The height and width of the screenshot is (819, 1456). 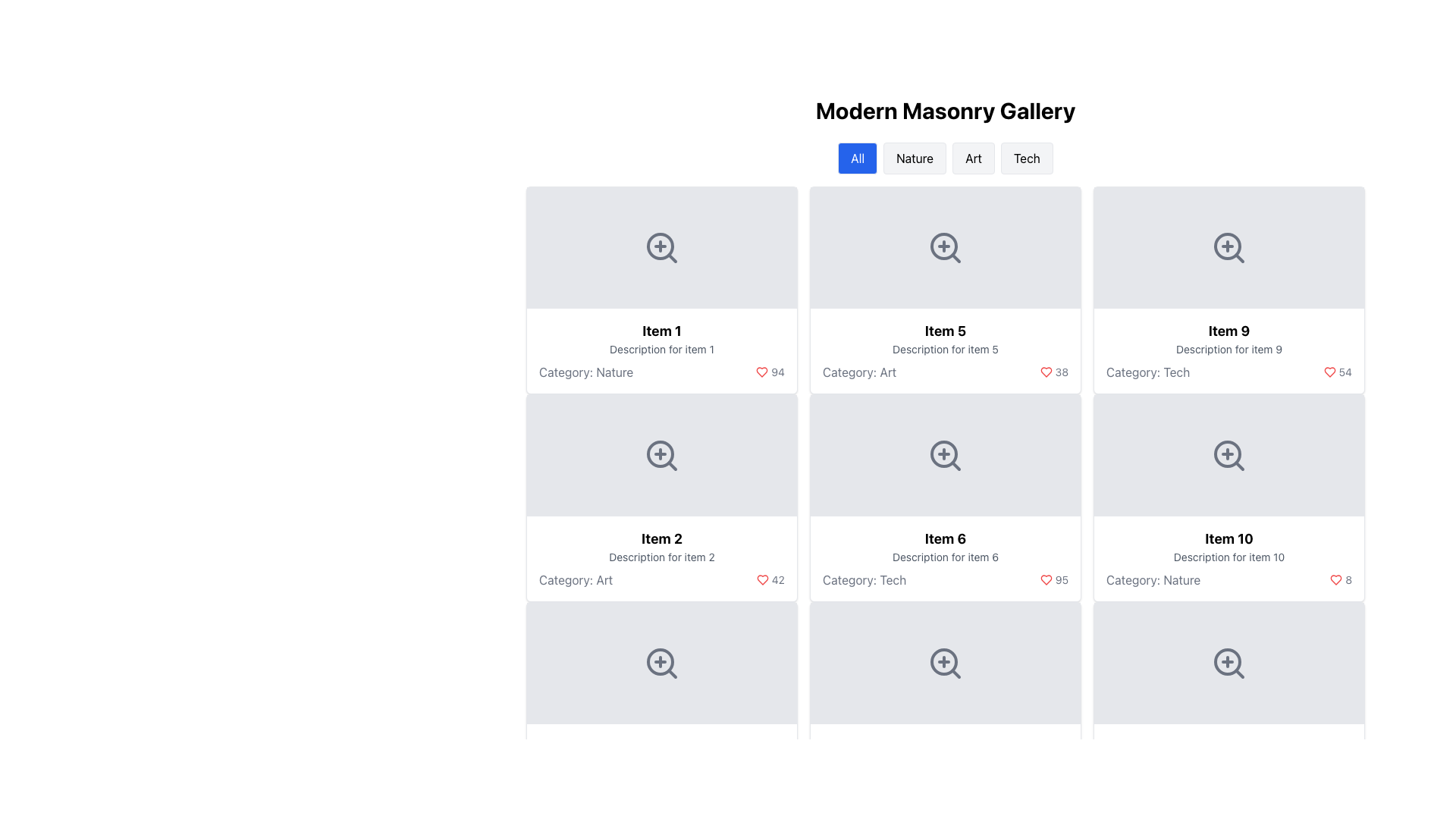 I want to click on the SVG Circle representing the glass portion of the magnifying glass icon in 'Item 2' by clicking on it, so click(x=660, y=453).